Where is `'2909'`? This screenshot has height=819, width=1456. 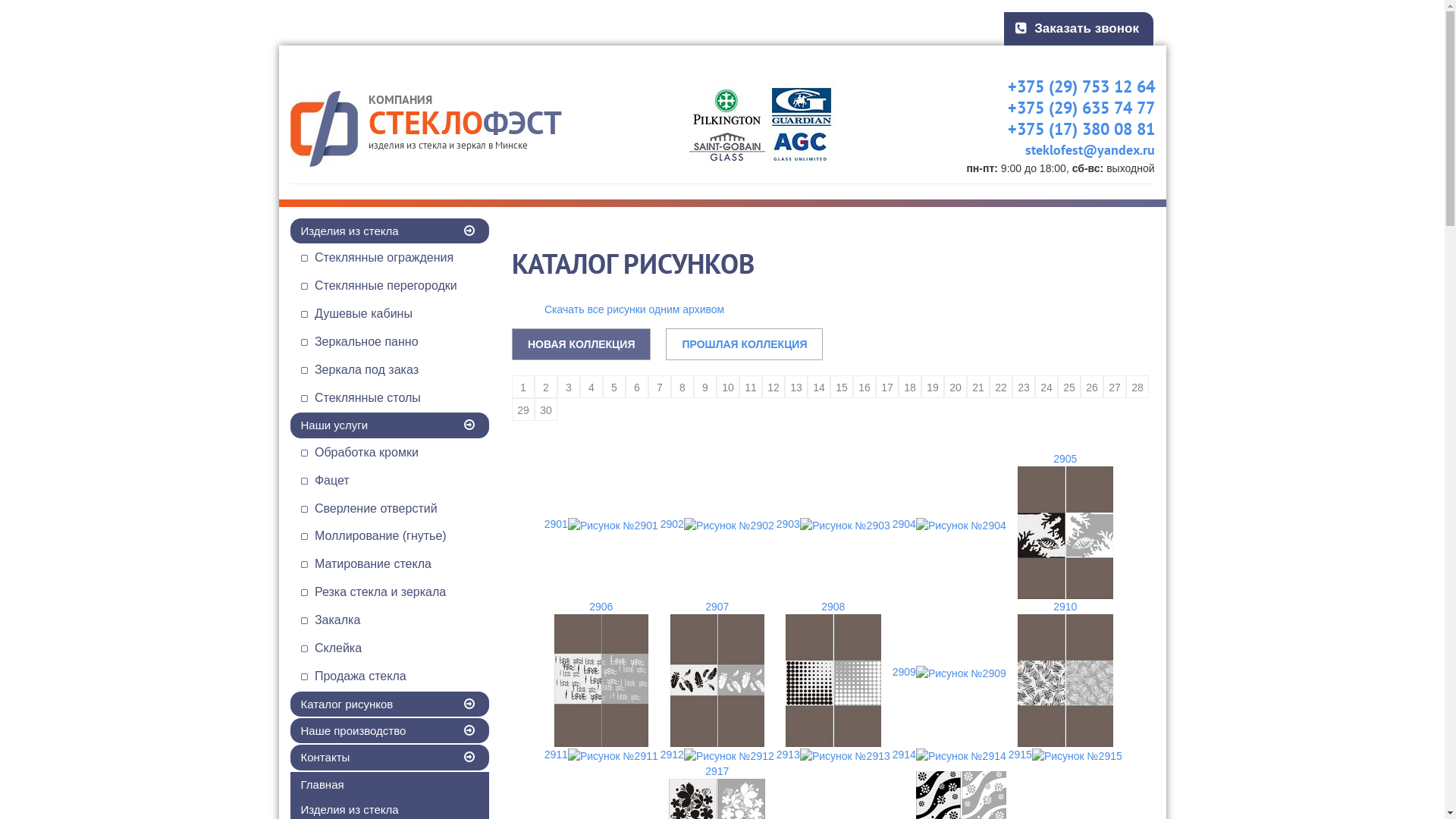 '2909' is located at coordinates (948, 671).